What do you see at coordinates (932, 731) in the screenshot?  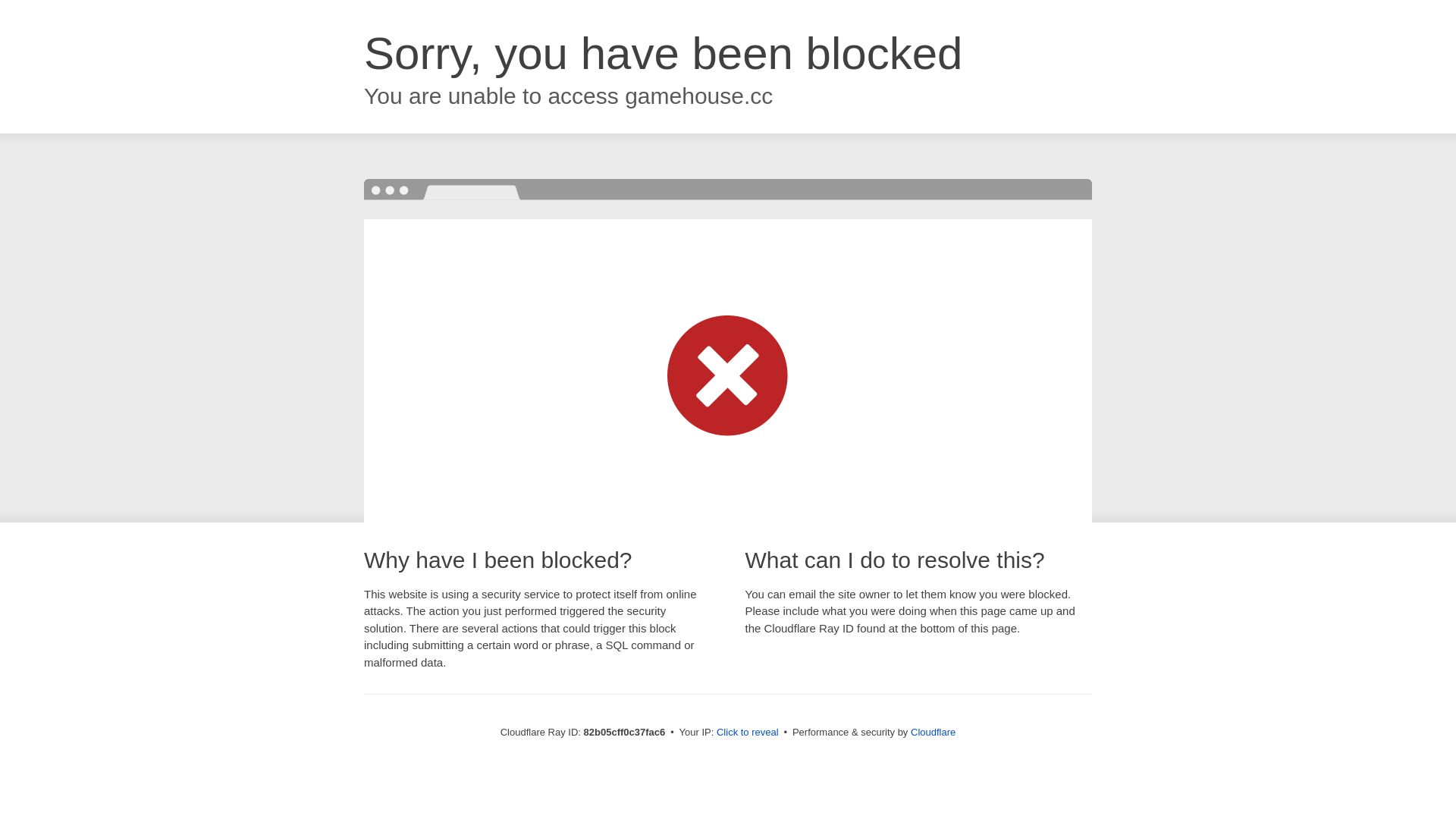 I see `'Cloudflare'` at bounding box center [932, 731].